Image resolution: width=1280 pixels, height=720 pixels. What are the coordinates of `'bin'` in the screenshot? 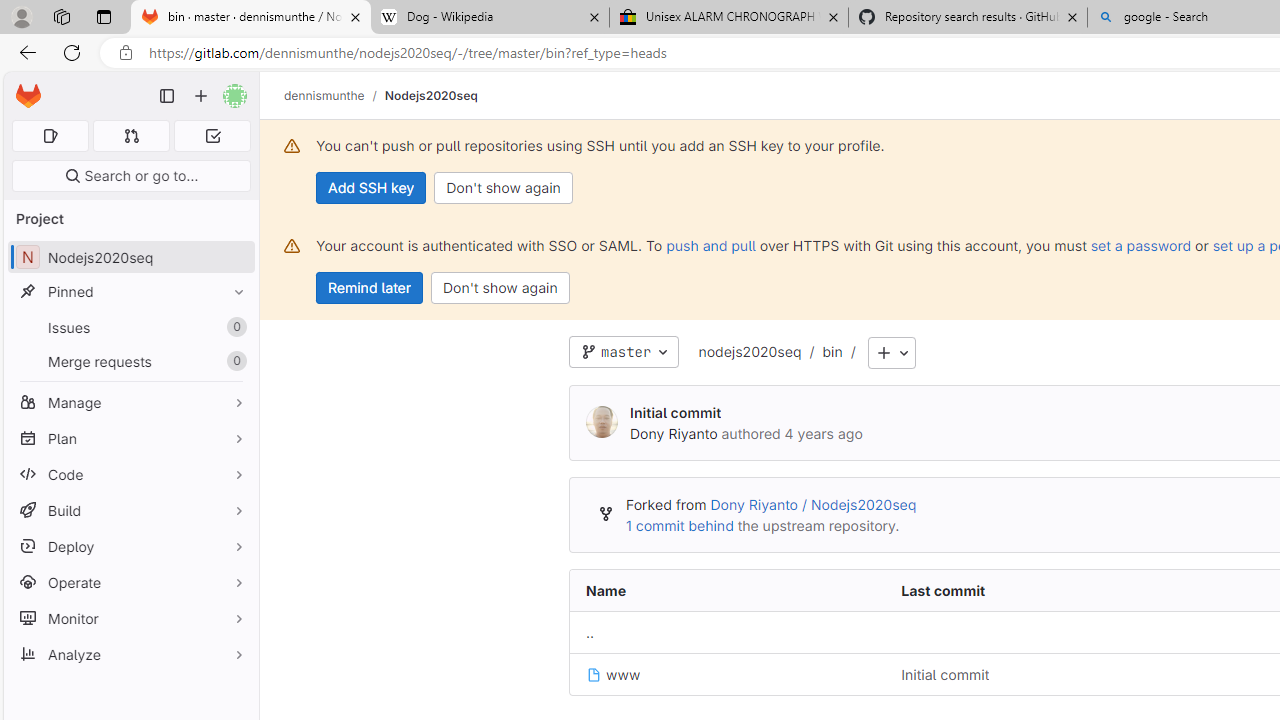 It's located at (832, 350).